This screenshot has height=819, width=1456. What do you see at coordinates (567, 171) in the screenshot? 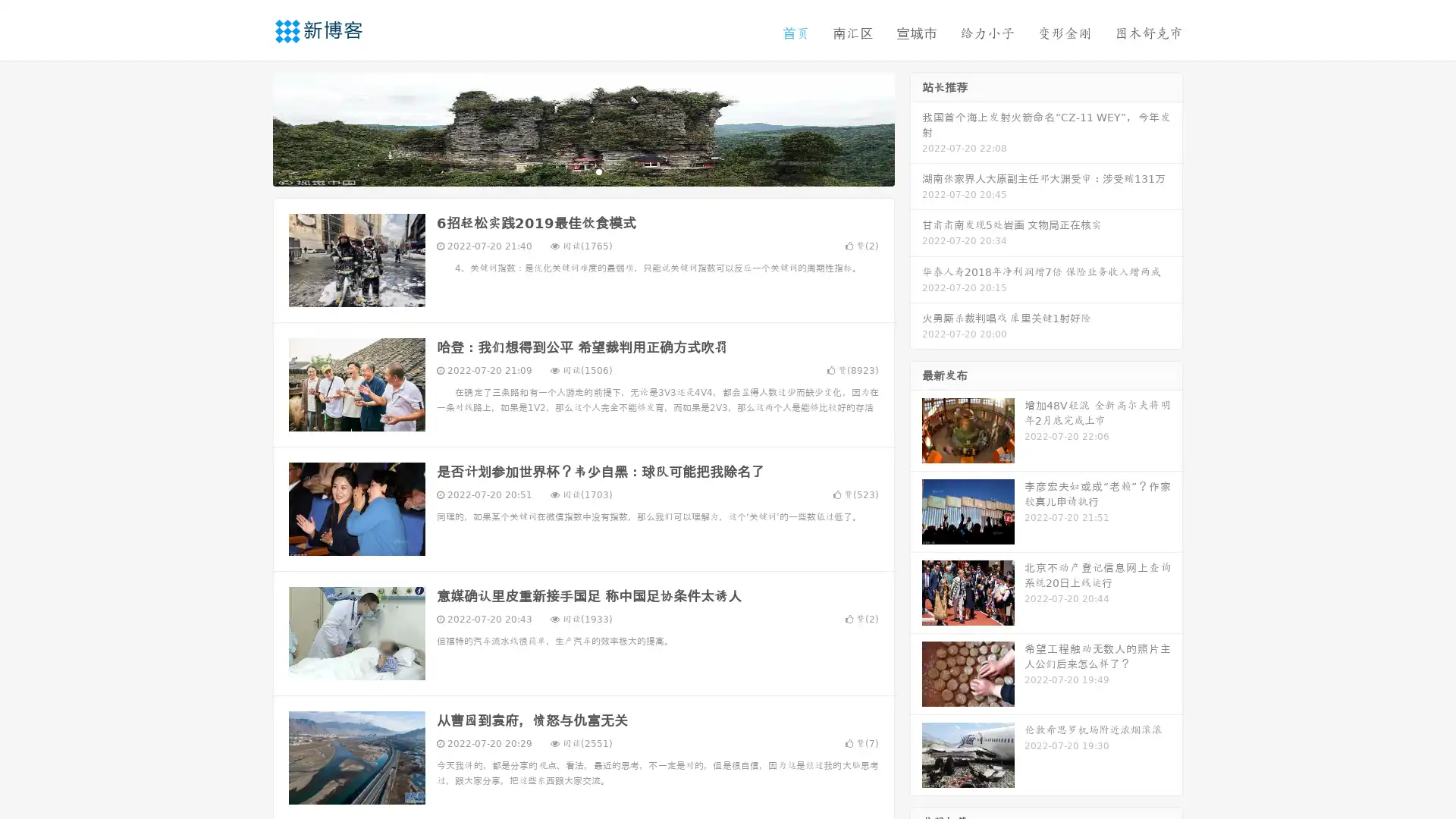
I see `Go to slide 1` at bounding box center [567, 171].